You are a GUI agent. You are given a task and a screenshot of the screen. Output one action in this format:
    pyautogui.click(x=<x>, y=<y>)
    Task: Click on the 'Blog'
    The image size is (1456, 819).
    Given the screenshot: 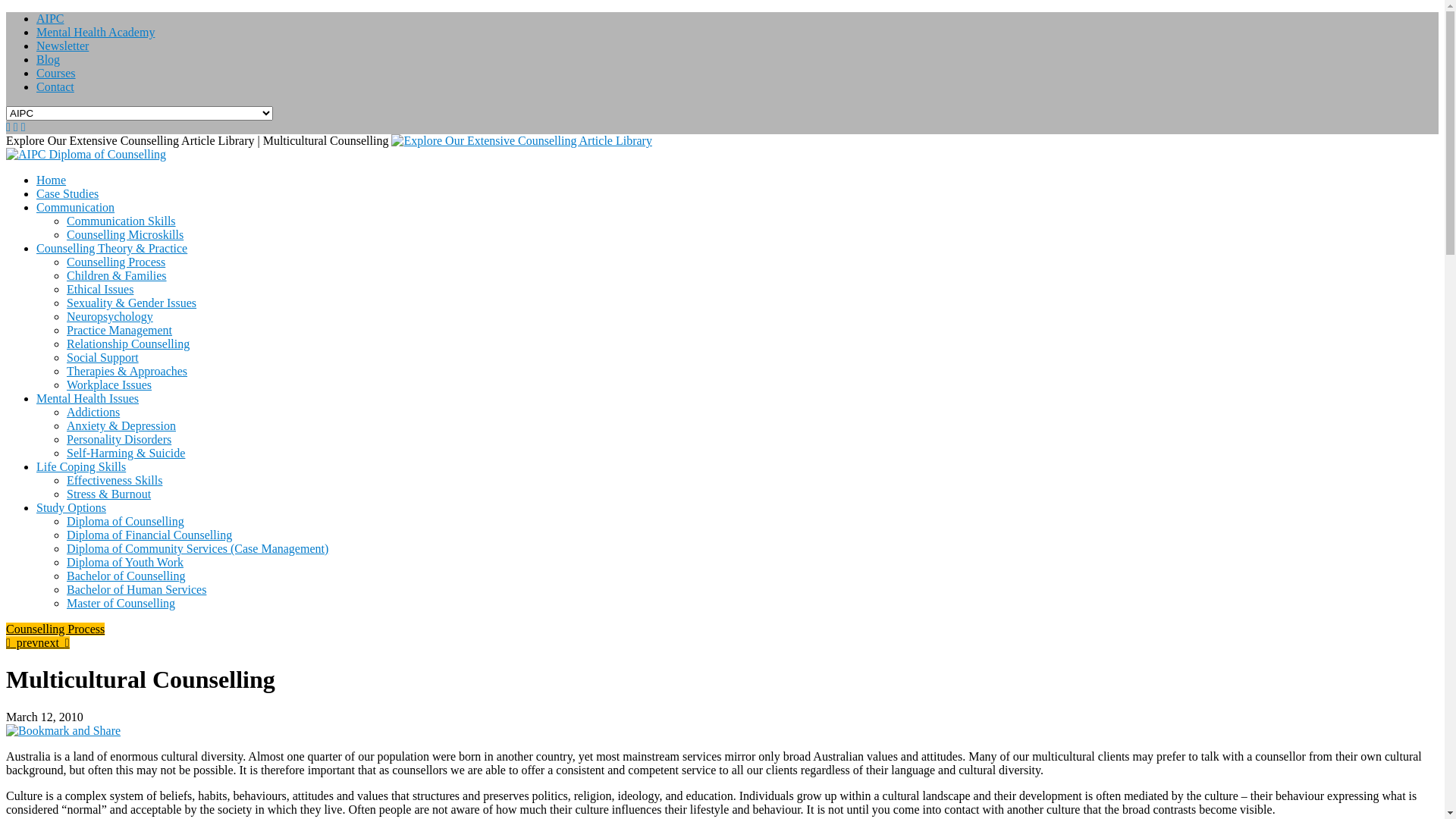 What is the action you would take?
    pyautogui.click(x=36, y=58)
    